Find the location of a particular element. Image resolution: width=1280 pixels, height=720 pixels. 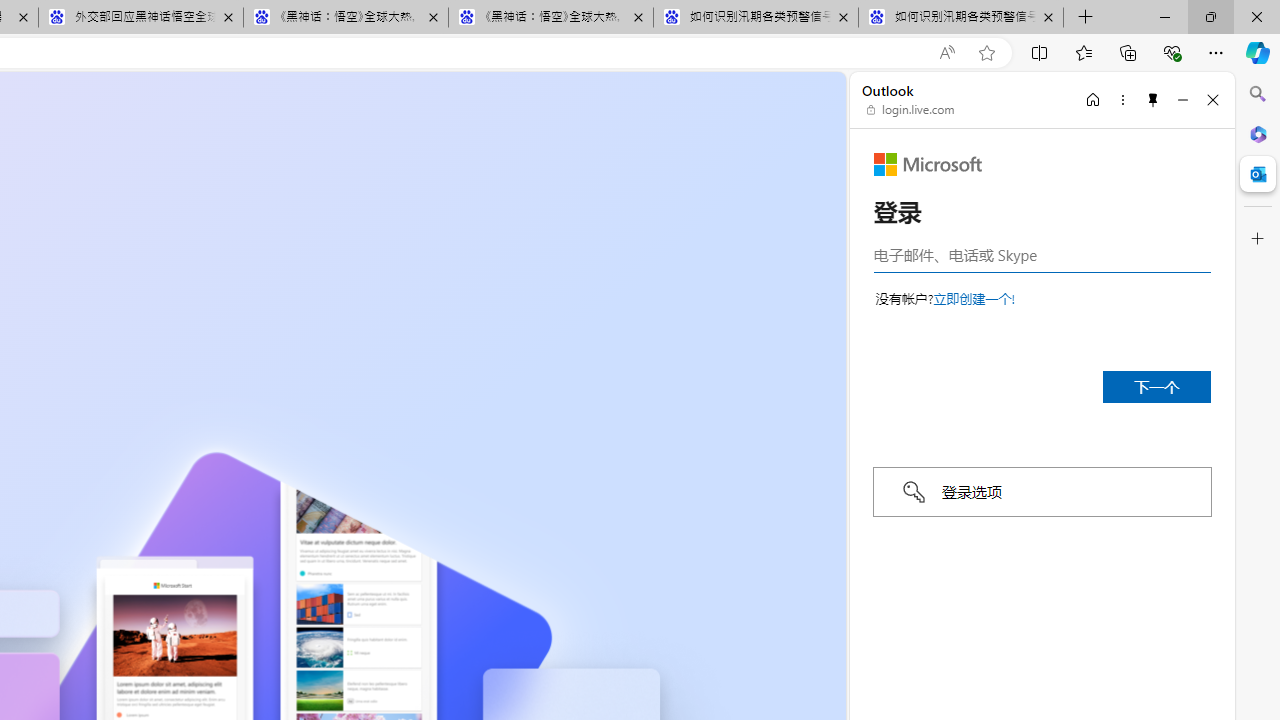

'login.live.com' is located at coordinates (910, 110).